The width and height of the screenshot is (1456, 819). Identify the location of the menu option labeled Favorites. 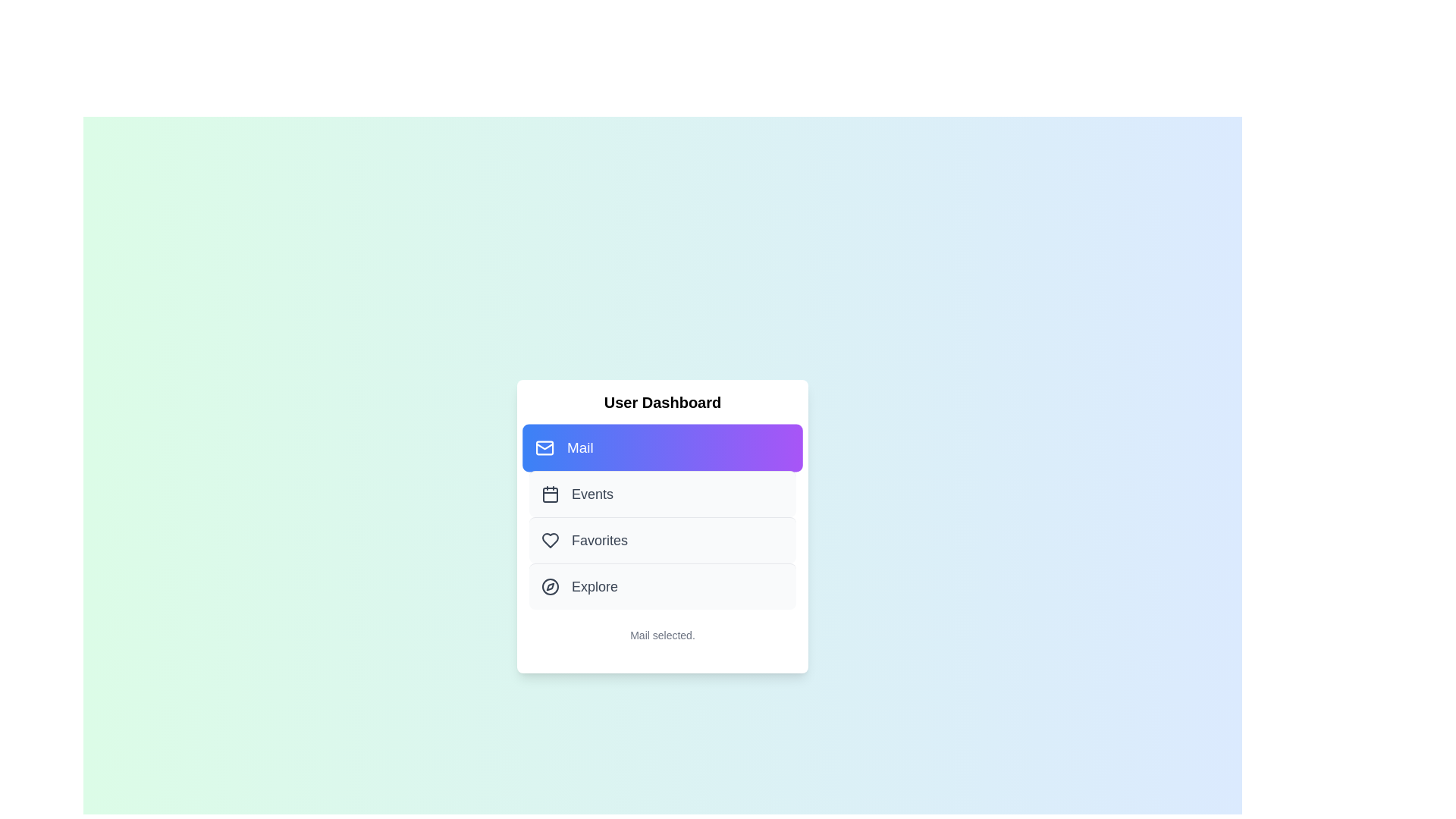
(662, 539).